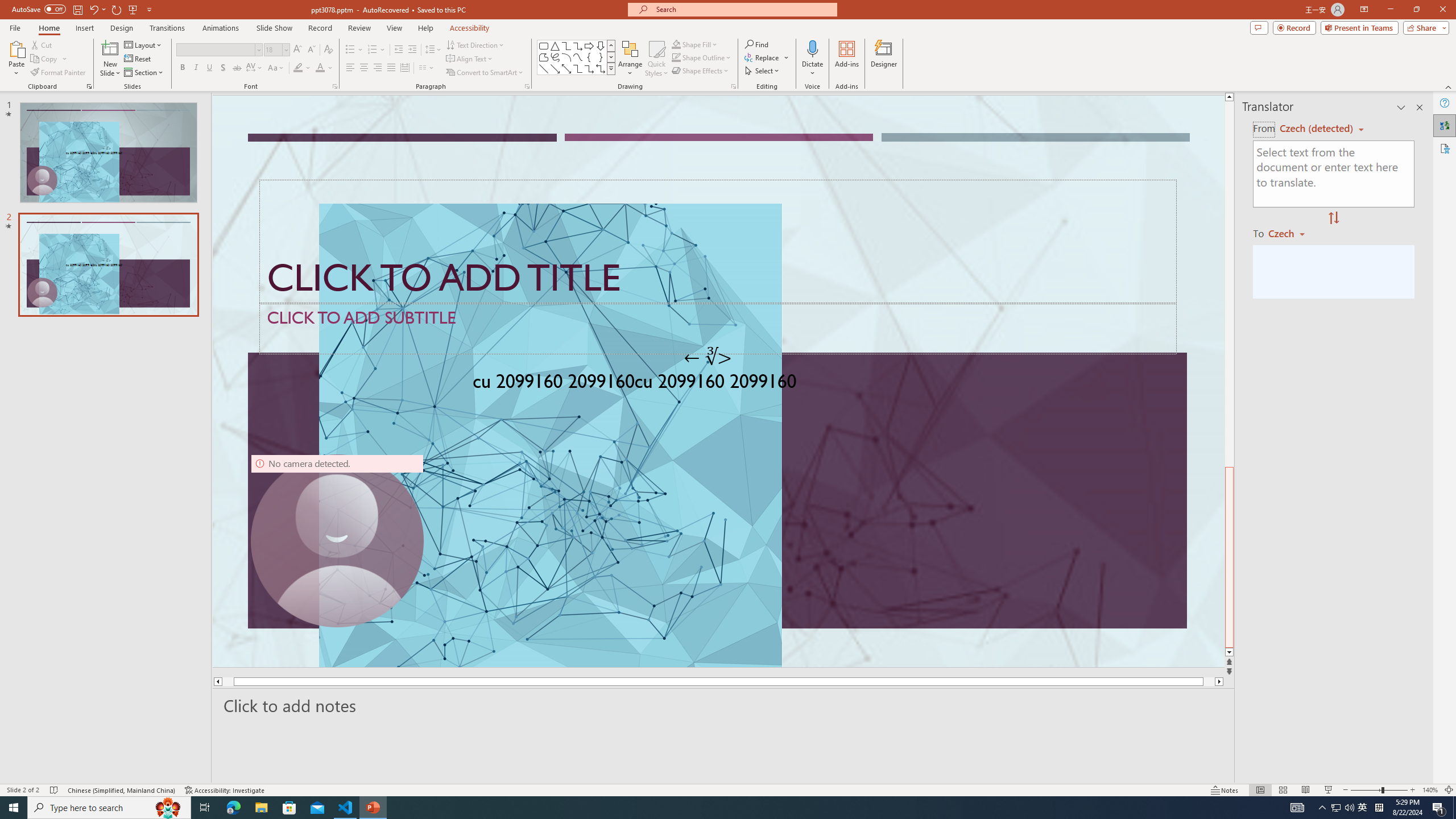  What do you see at coordinates (565, 68) in the screenshot?
I see `'Line Arrow: Double'` at bounding box center [565, 68].